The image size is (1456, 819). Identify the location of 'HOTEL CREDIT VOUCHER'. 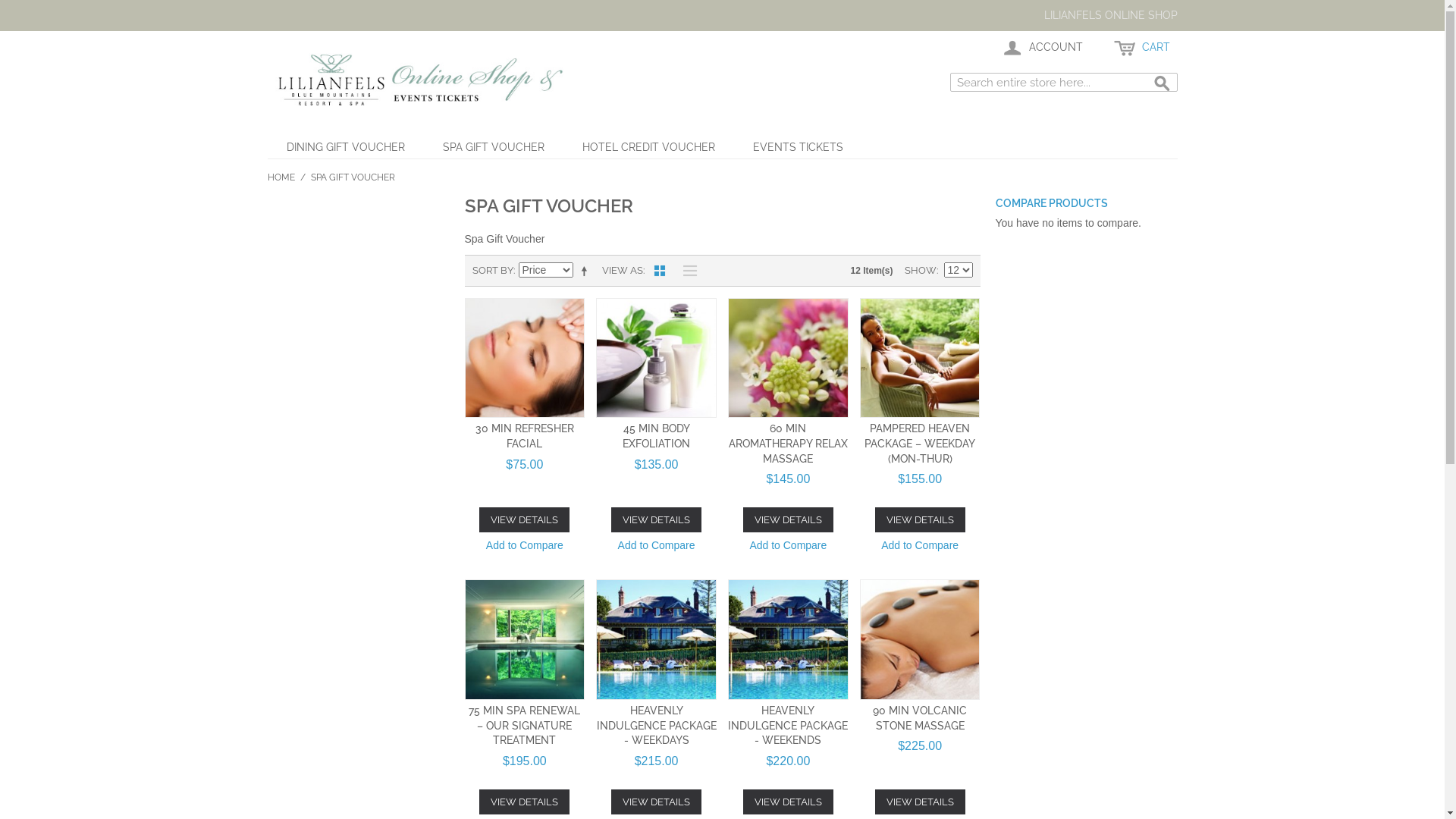
(562, 146).